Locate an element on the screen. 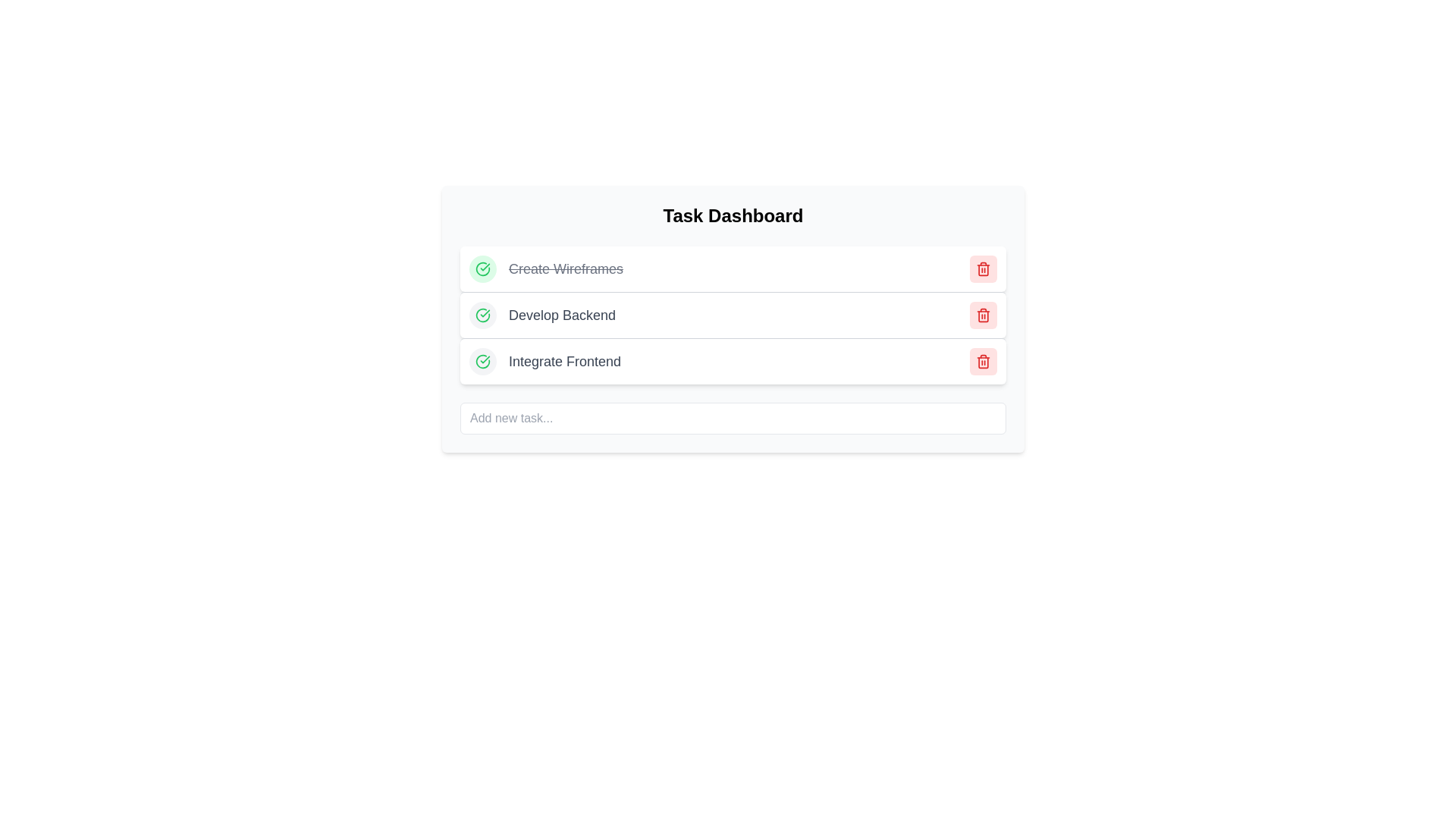 This screenshot has width=1456, height=819. the details of the completed task entry, which is the first entry in the task dashboard marked with crossed-out text is located at coordinates (546, 268).